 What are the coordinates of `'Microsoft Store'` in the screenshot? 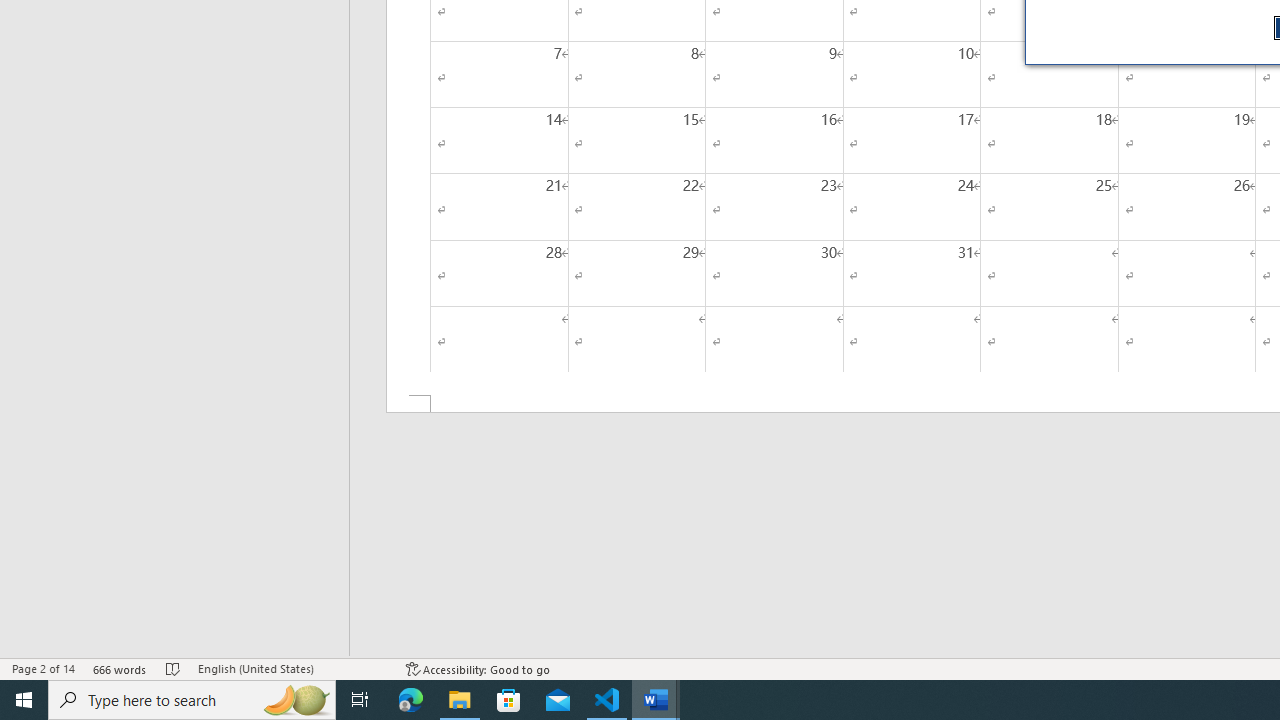 It's located at (509, 698).